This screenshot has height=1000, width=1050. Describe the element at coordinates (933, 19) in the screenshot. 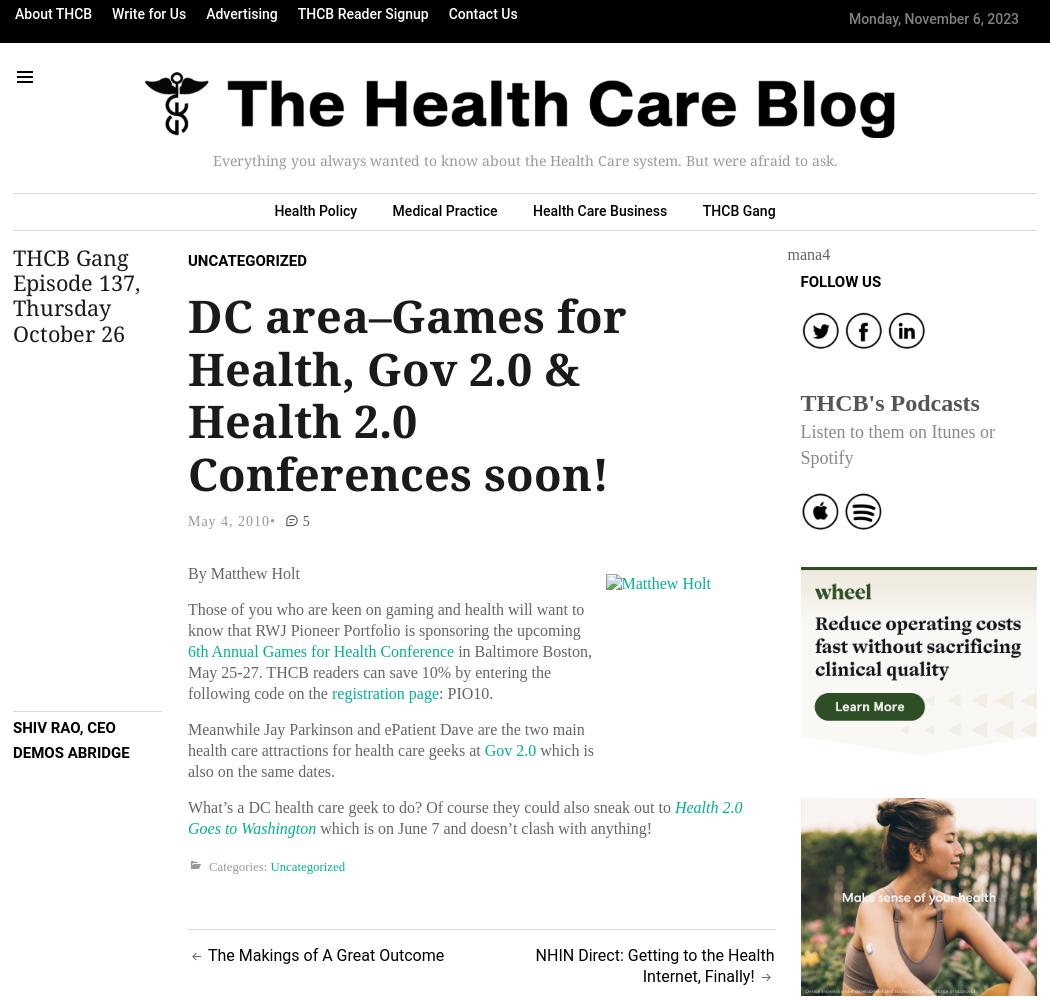

I see `'Monday, November 6, 2023'` at that location.